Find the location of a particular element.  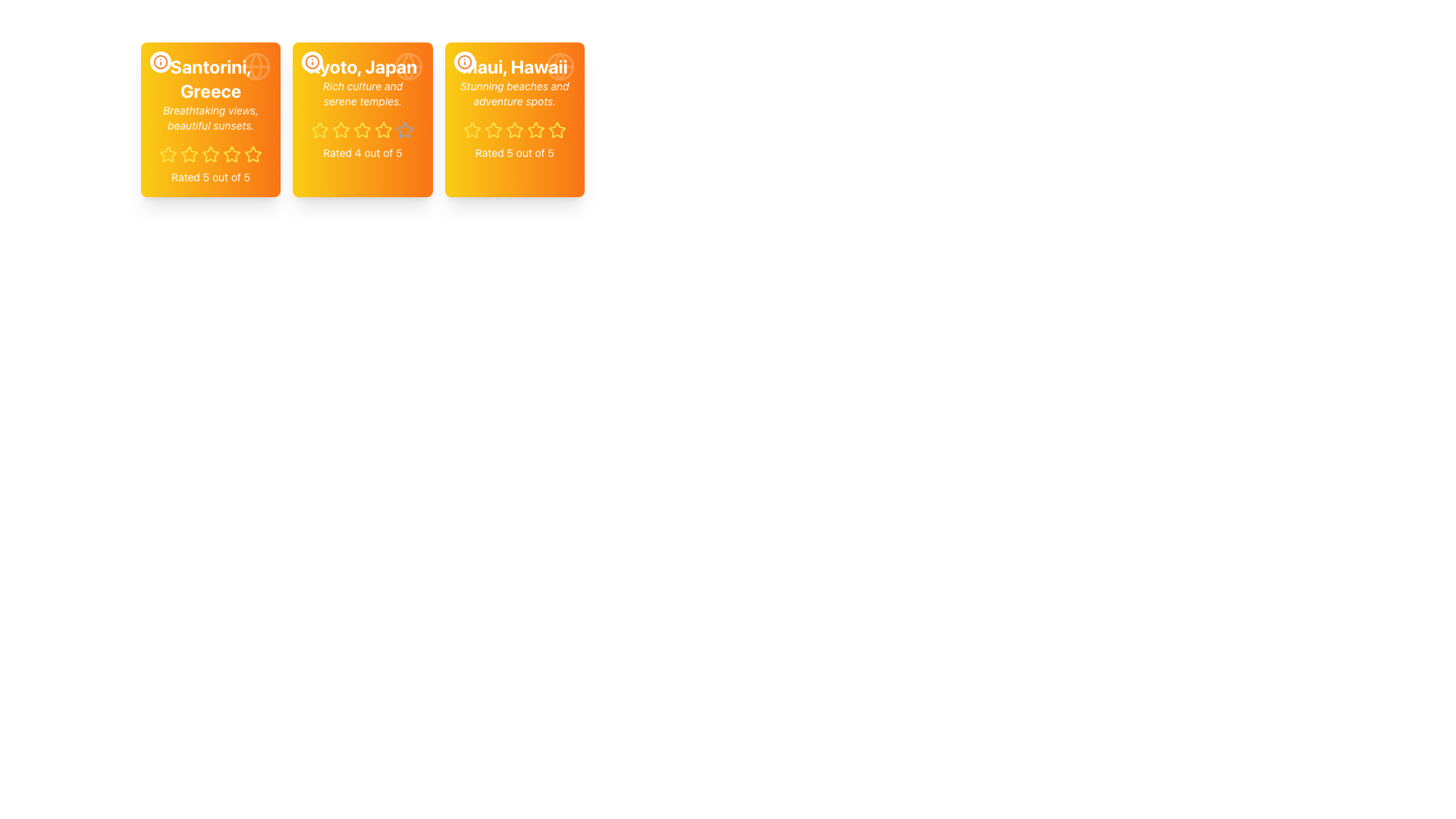

the 5-star rating indicator for 'Santorini, Greece', located at the bottom of the card with the title 'Santorini, Greece' and the description 'Breathtaking views, beautiful sunsets.' is located at coordinates (210, 155).